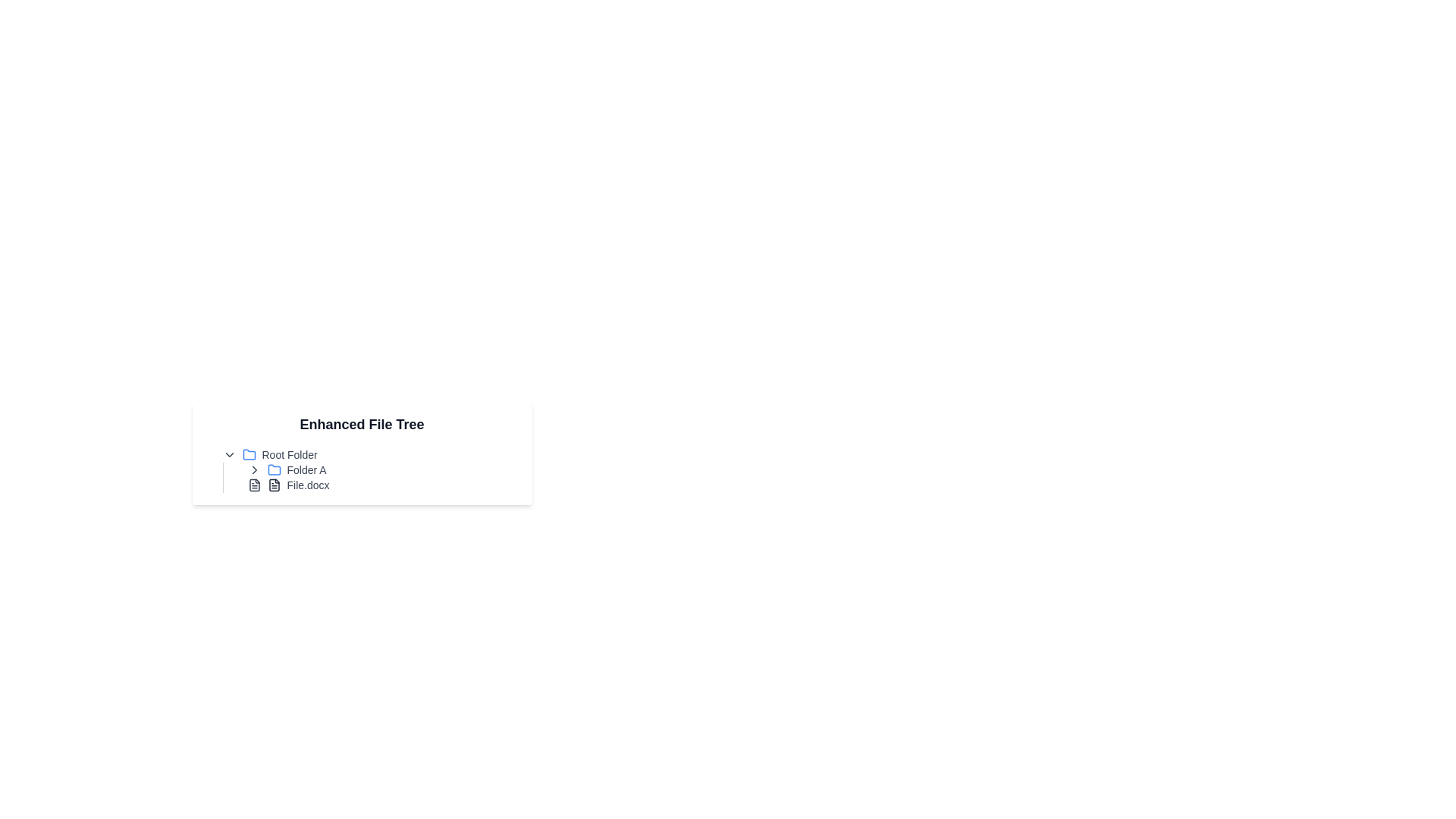 Image resolution: width=1456 pixels, height=819 pixels. Describe the element at coordinates (274, 485) in the screenshot. I see `the document file icon, which is a small gray icon with a text outline, located to the left of 'File.docx'` at that location.